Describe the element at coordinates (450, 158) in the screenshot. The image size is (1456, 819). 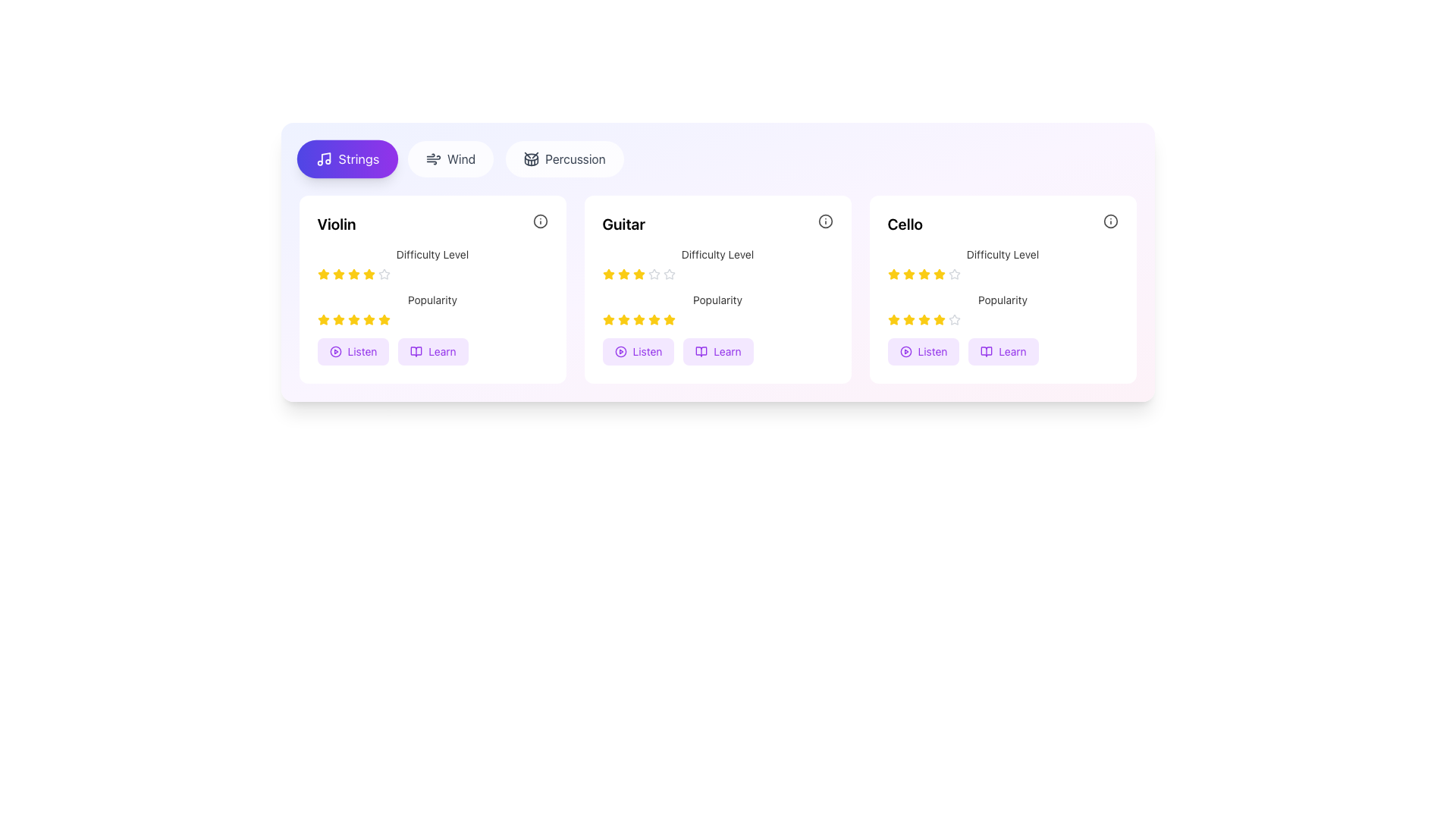
I see `the 'Wind' button for keyboard interaction` at that location.